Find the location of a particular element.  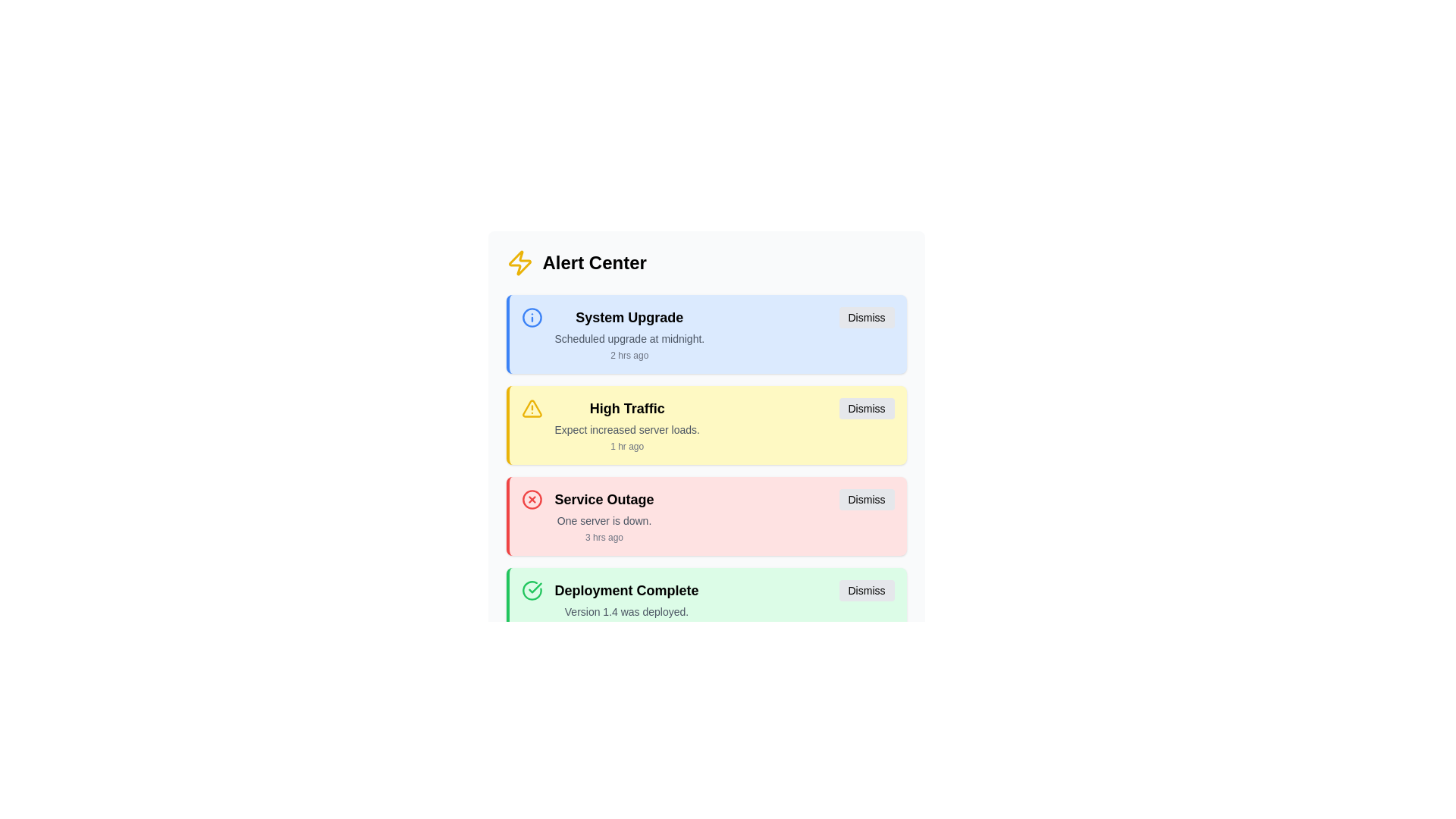

contents of the 'High Traffic' text label, which is prominently displayed in bold, large font on a pale yellow background within the second alert block of the 'Alert Center' is located at coordinates (627, 408).